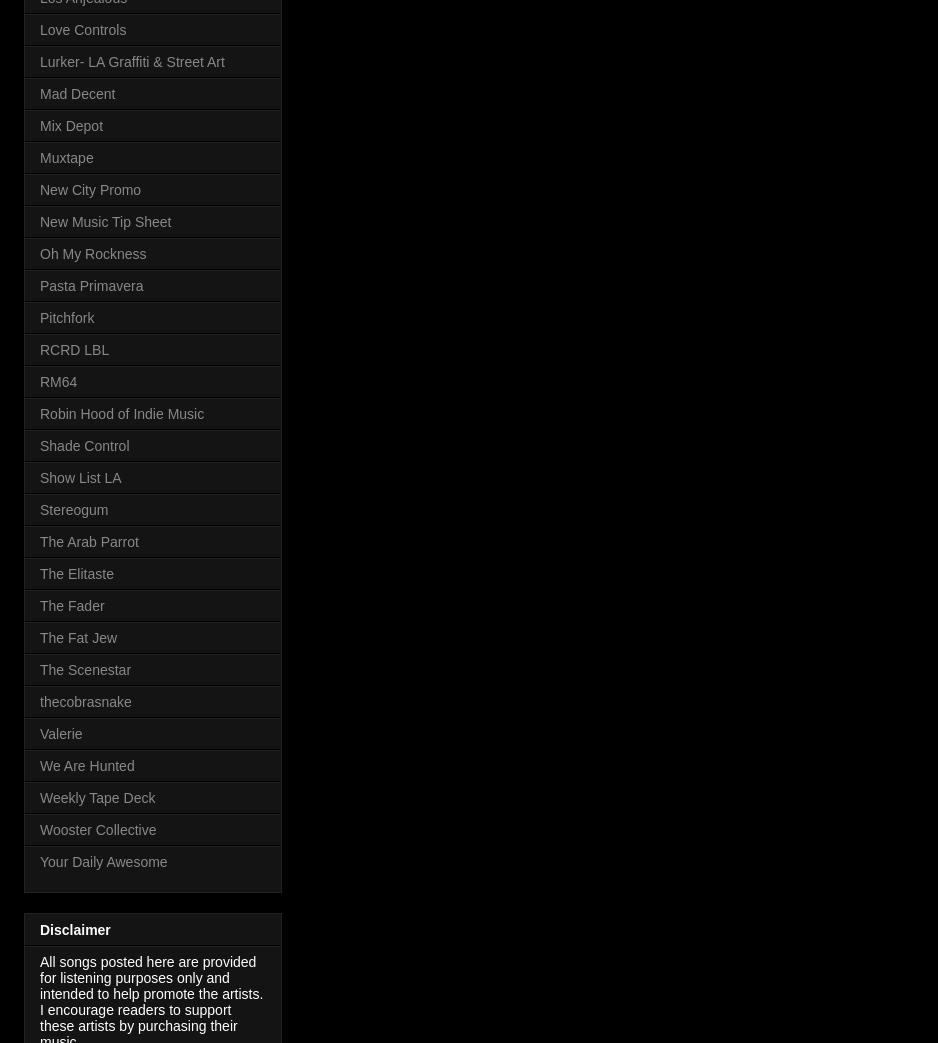  What do you see at coordinates (92, 253) in the screenshot?
I see `'Oh My Rockness'` at bounding box center [92, 253].